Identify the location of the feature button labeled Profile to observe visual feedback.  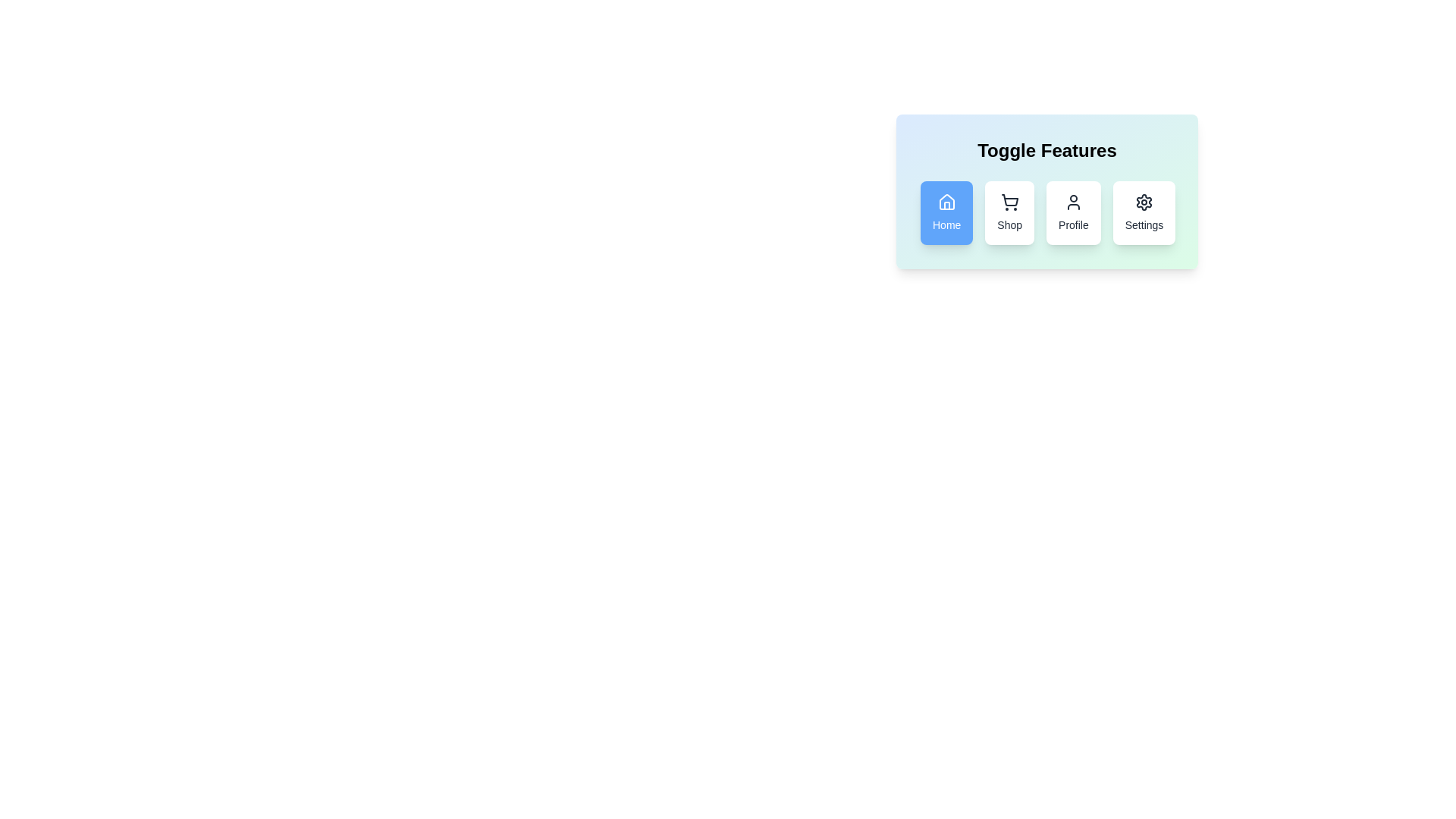
(1073, 213).